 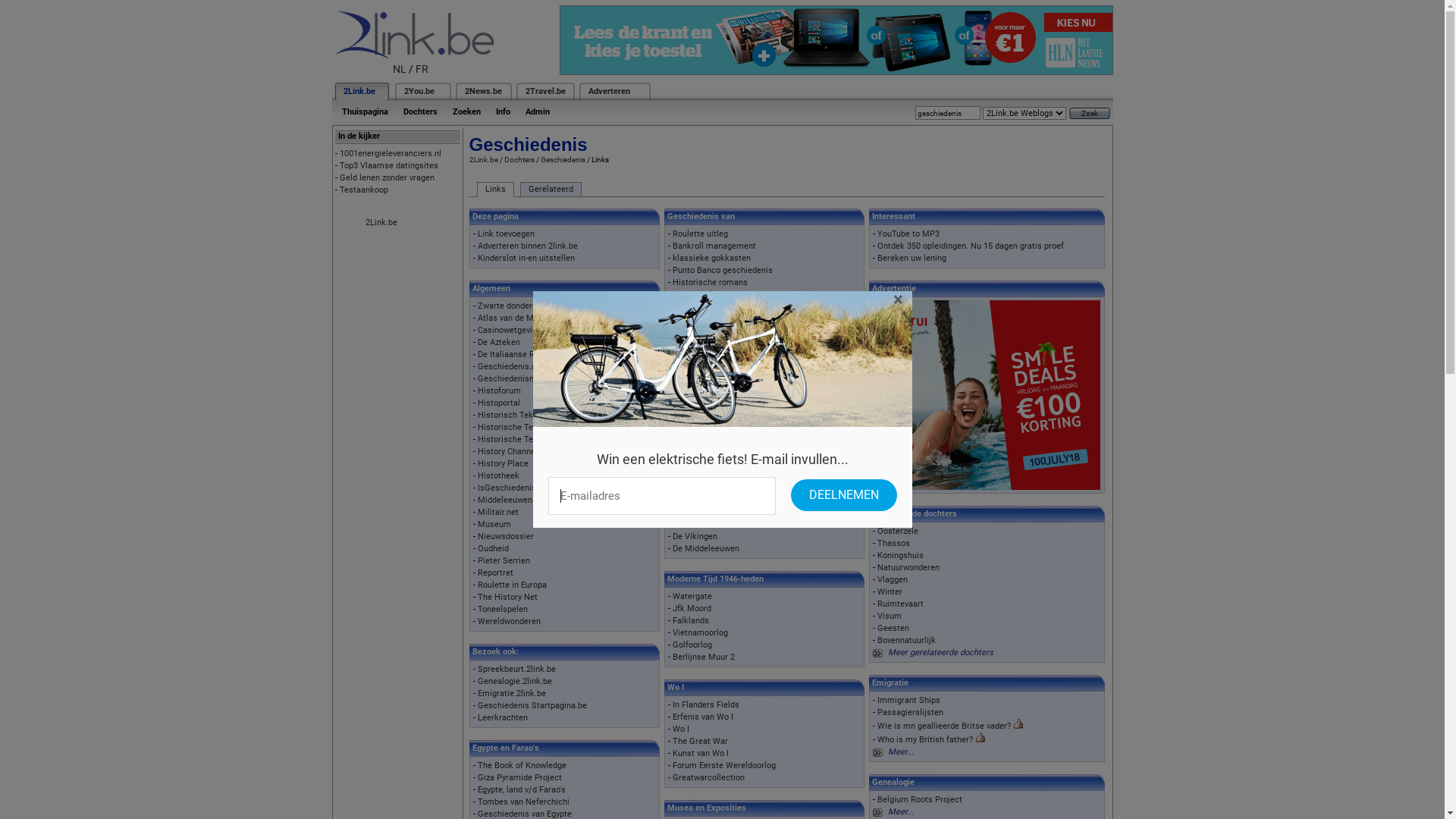 I want to click on 'Berlijnse Muur 2', so click(x=702, y=656).